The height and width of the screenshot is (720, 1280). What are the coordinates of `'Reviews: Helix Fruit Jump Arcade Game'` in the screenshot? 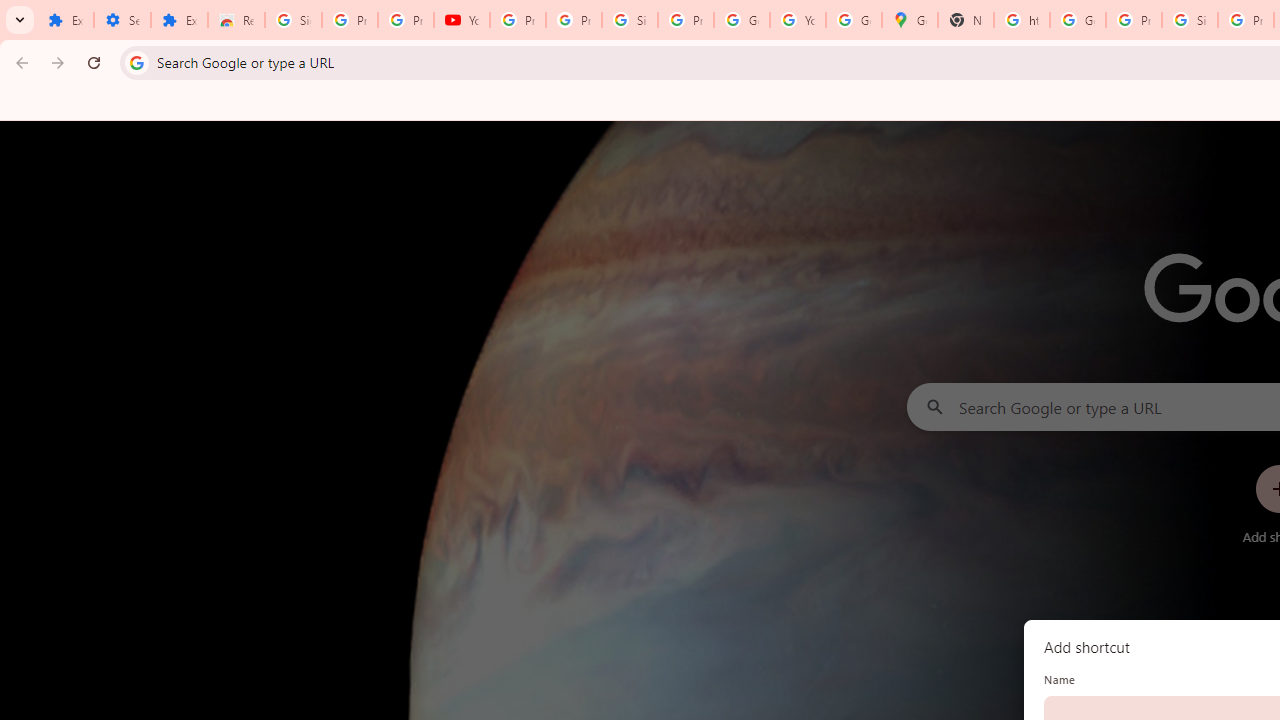 It's located at (236, 20).